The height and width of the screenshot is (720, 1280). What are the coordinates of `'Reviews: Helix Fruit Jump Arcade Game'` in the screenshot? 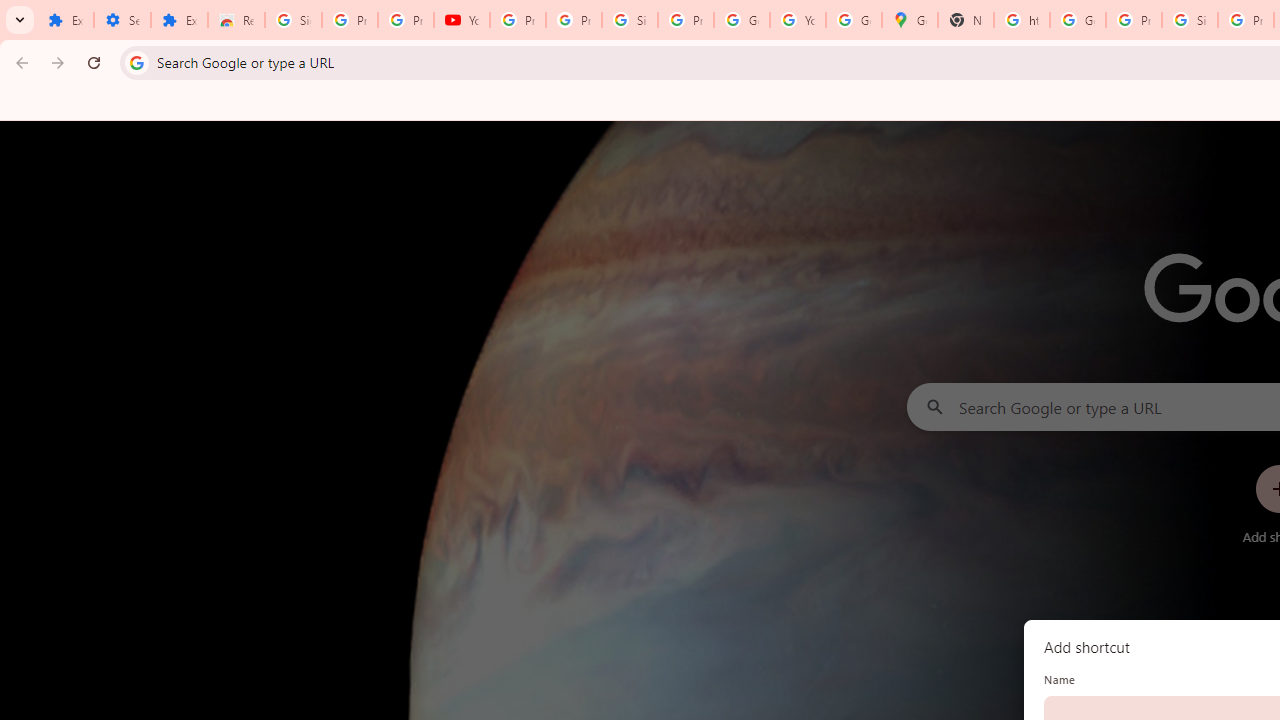 It's located at (236, 20).